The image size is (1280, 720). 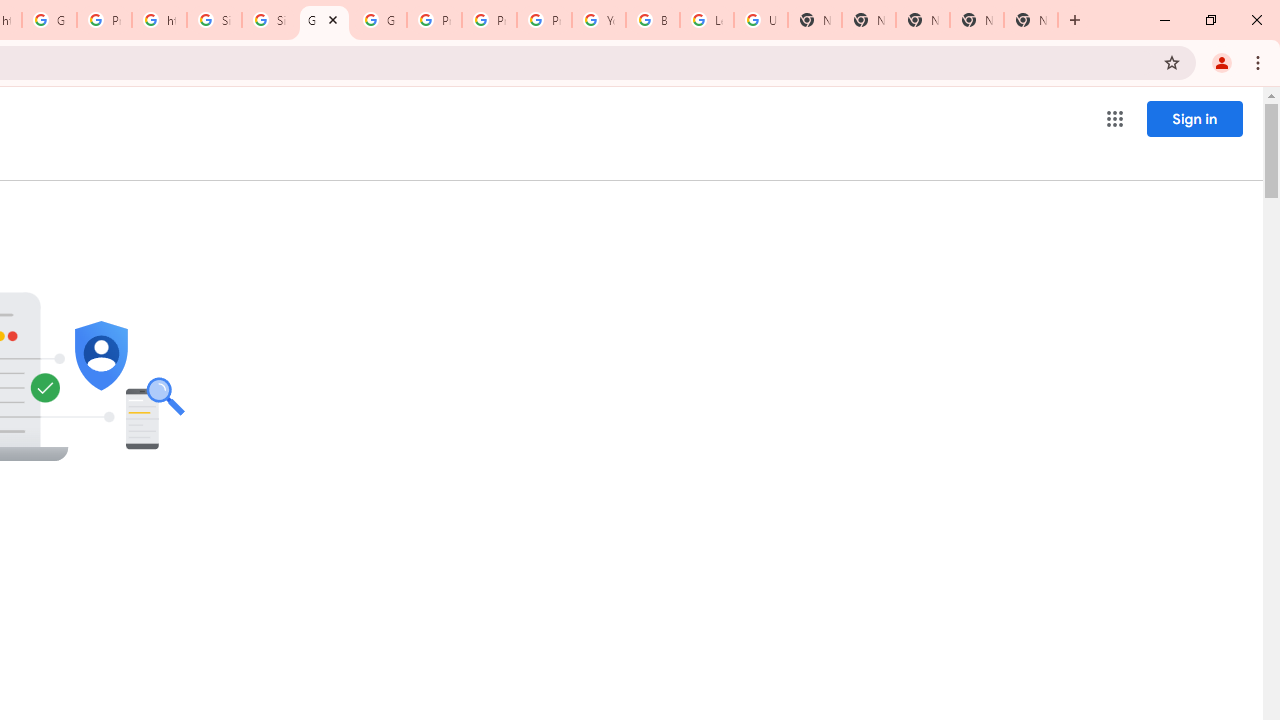 What do you see at coordinates (598, 20) in the screenshot?
I see `'YouTube'` at bounding box center [598, 20].